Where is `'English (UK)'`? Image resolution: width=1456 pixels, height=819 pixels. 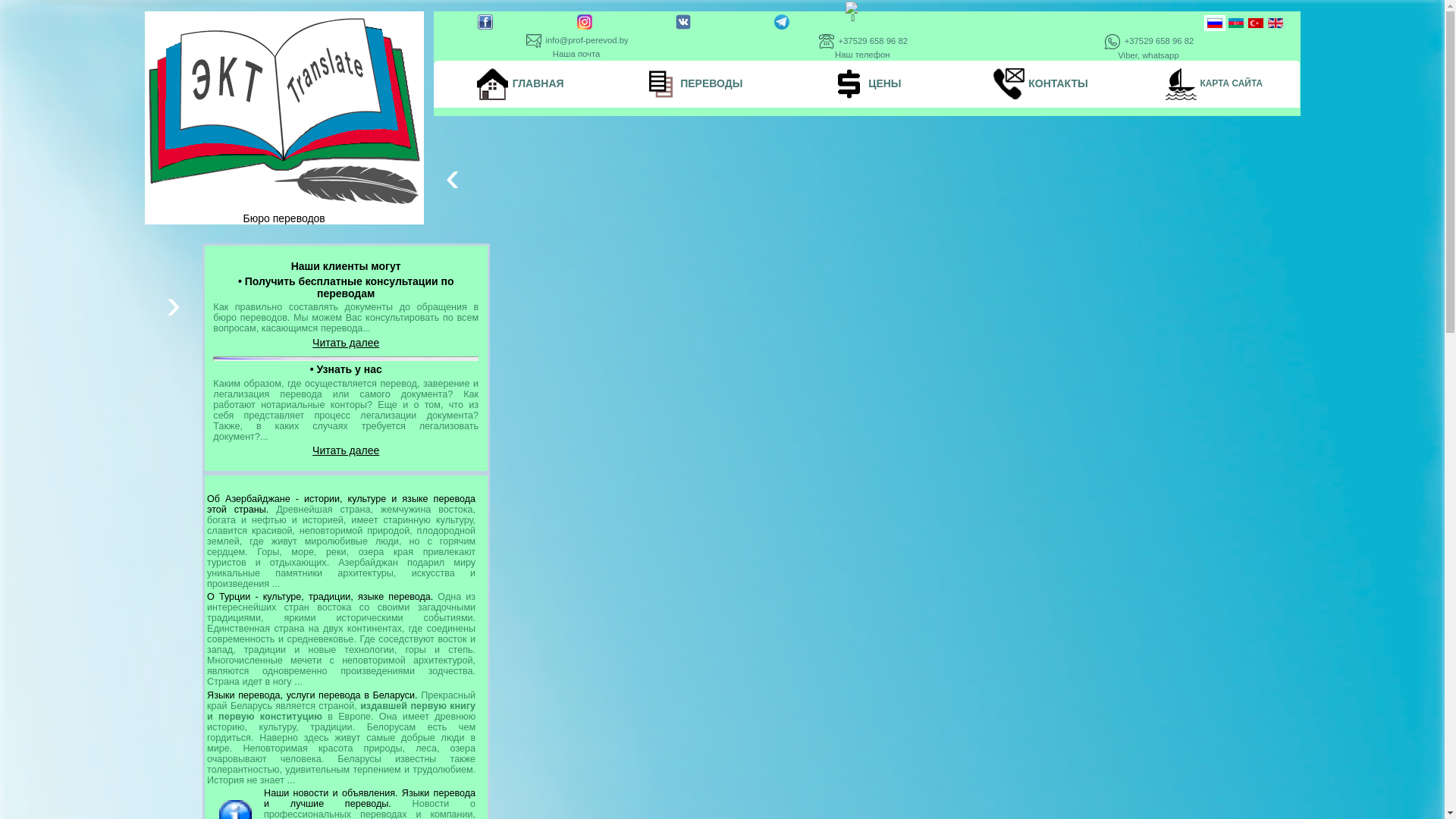 'English (UK)' is located at coordinates (1274, 23).